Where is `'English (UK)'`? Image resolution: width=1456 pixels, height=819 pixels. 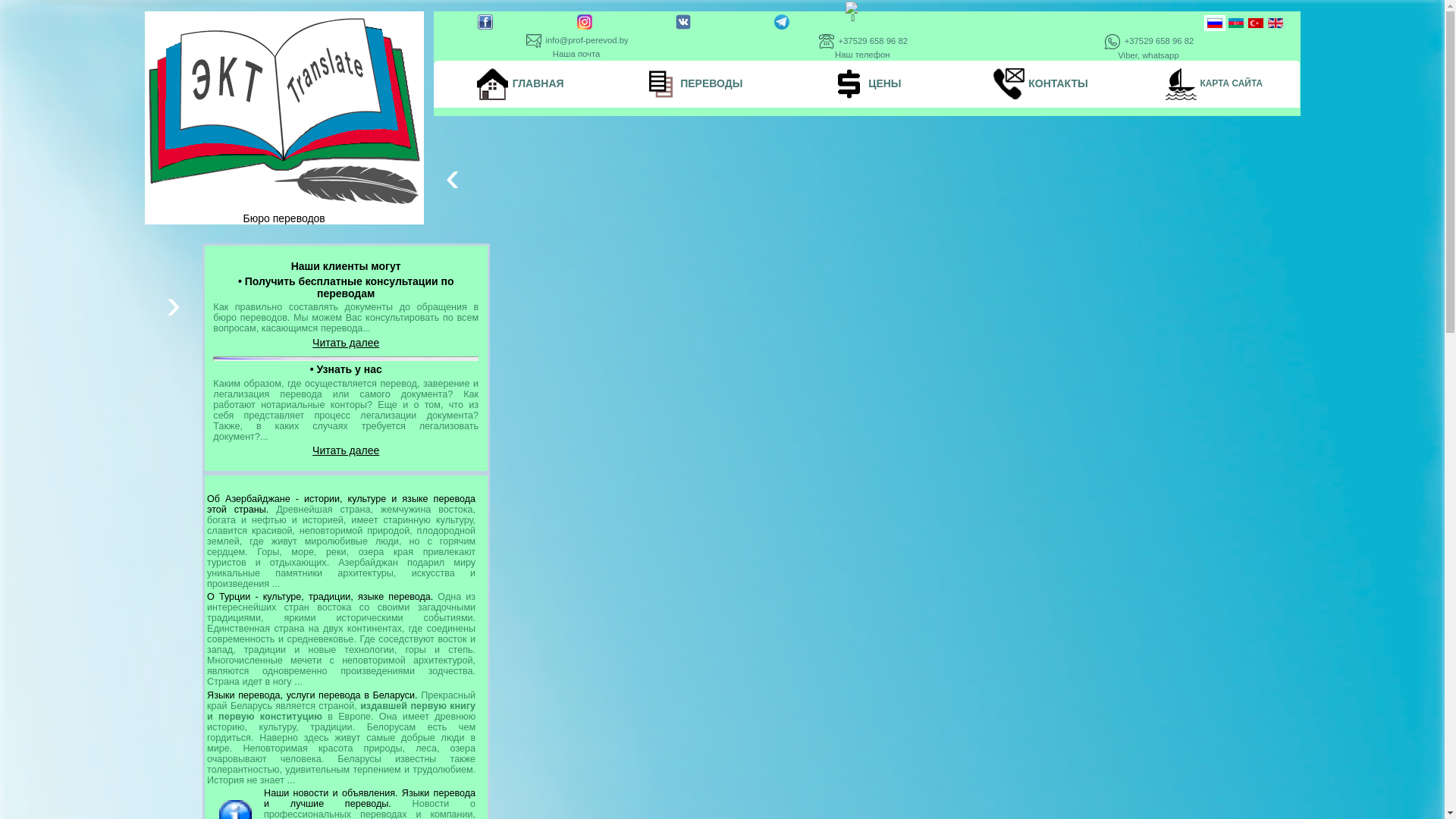 'English (UK)' is located at coordinates (1274, 23).